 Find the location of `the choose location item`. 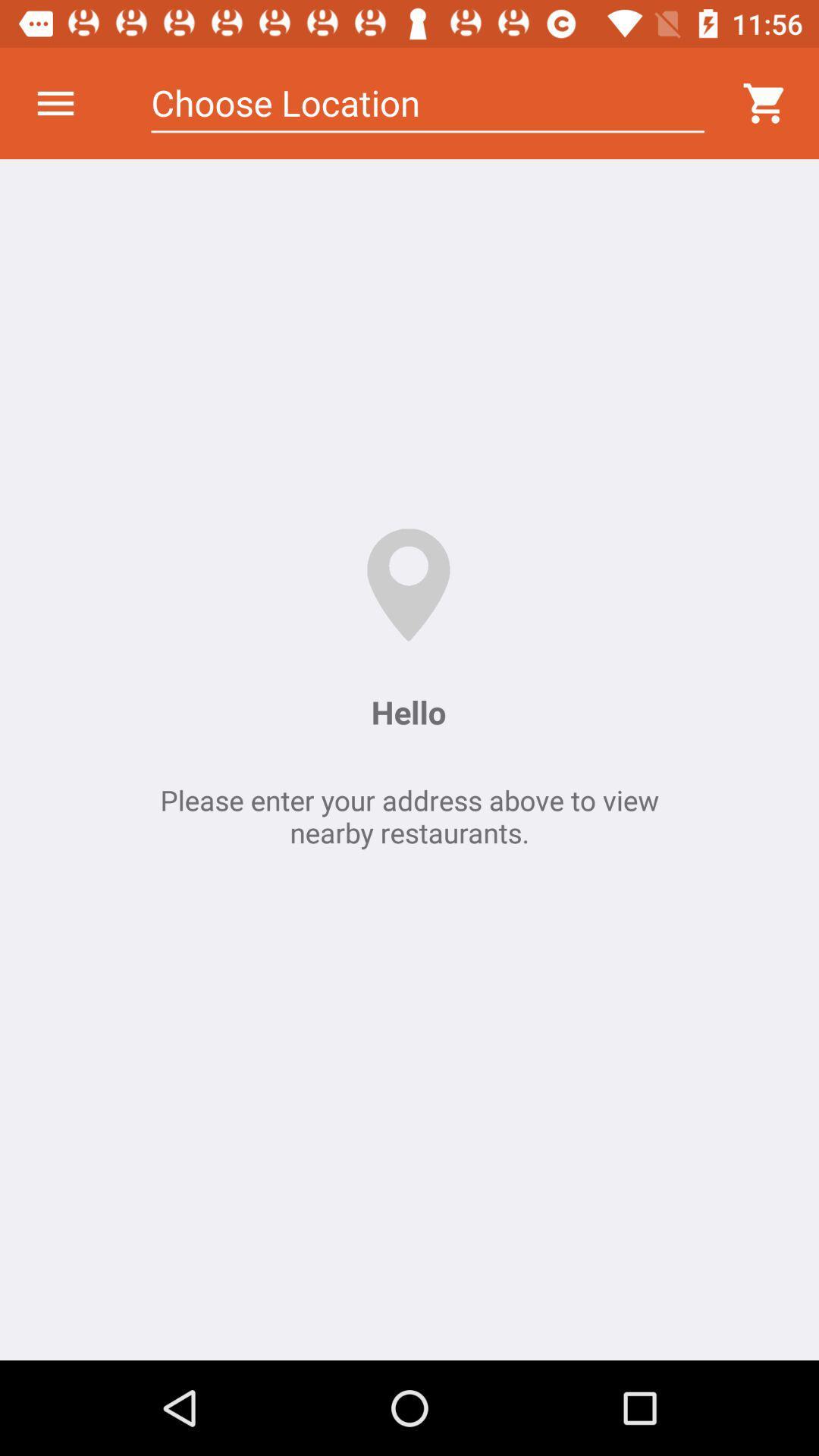

the choose location item is located at coordinates (428, 102).